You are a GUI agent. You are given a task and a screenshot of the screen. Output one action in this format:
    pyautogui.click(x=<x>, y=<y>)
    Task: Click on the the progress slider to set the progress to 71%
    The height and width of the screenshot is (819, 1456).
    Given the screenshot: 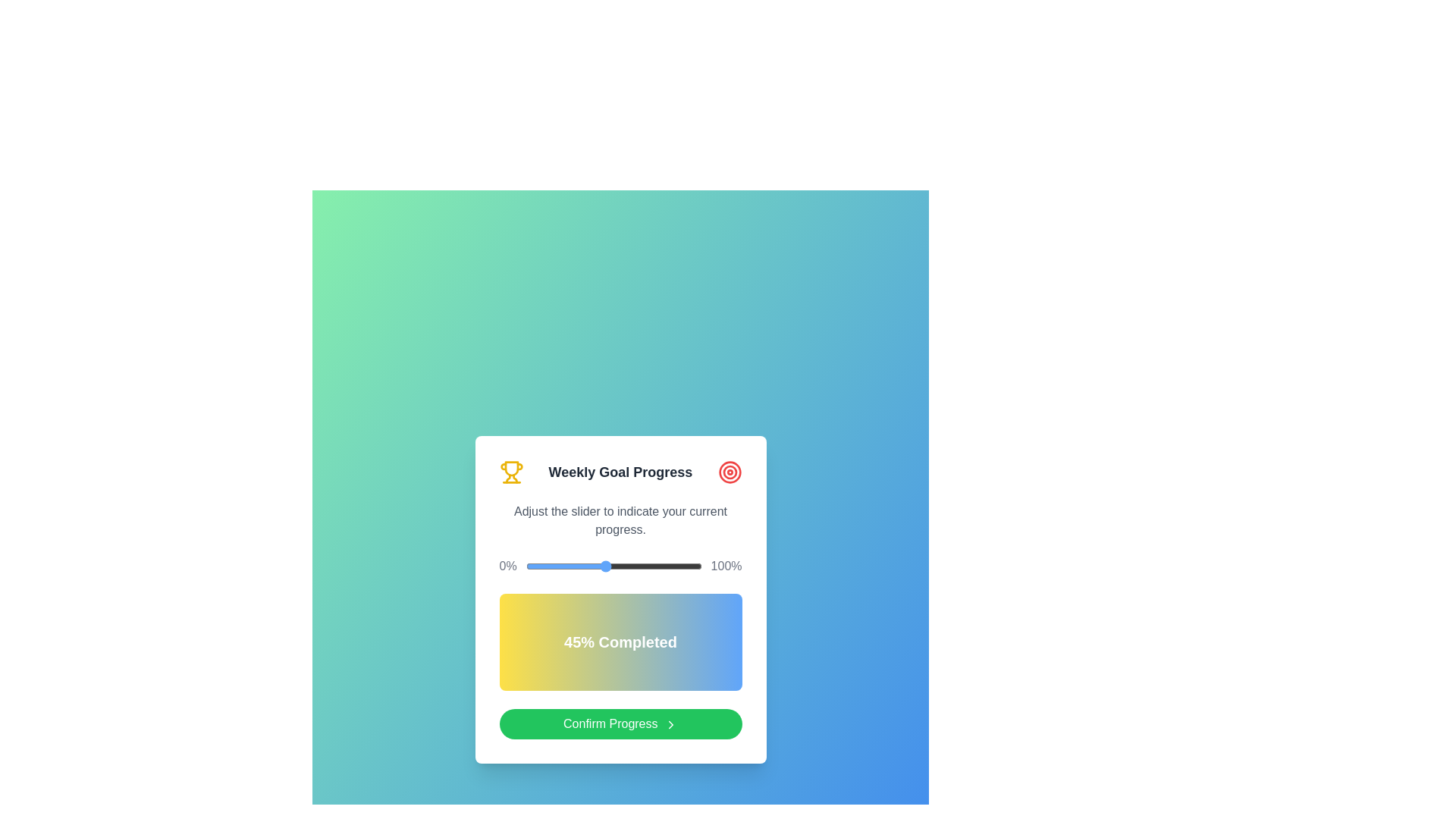 What is the action you would take?
    pyautogui.click(x=651, y=566)
    